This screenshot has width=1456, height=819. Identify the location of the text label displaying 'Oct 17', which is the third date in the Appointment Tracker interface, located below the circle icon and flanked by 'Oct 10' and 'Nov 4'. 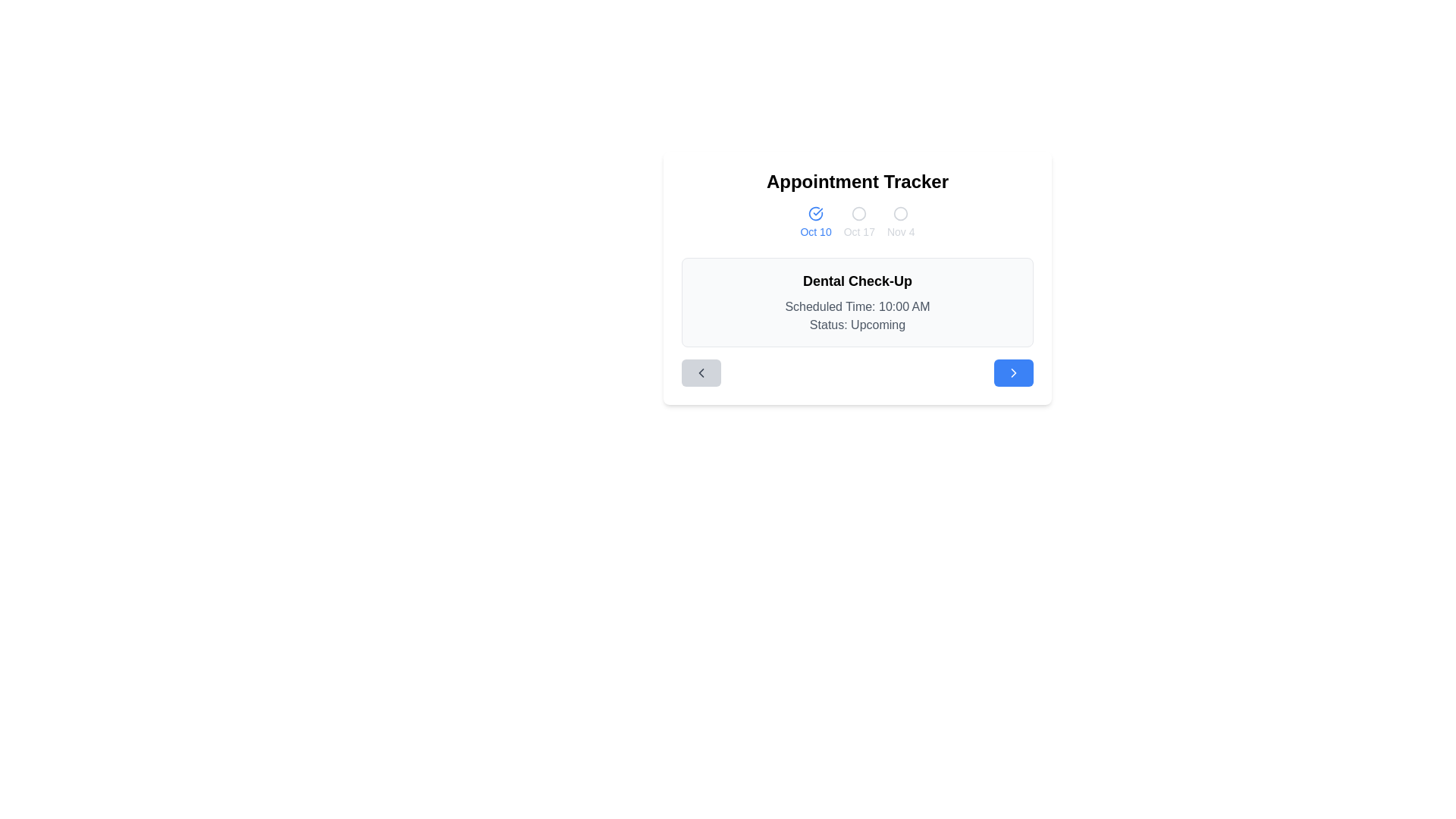
(859, 231).